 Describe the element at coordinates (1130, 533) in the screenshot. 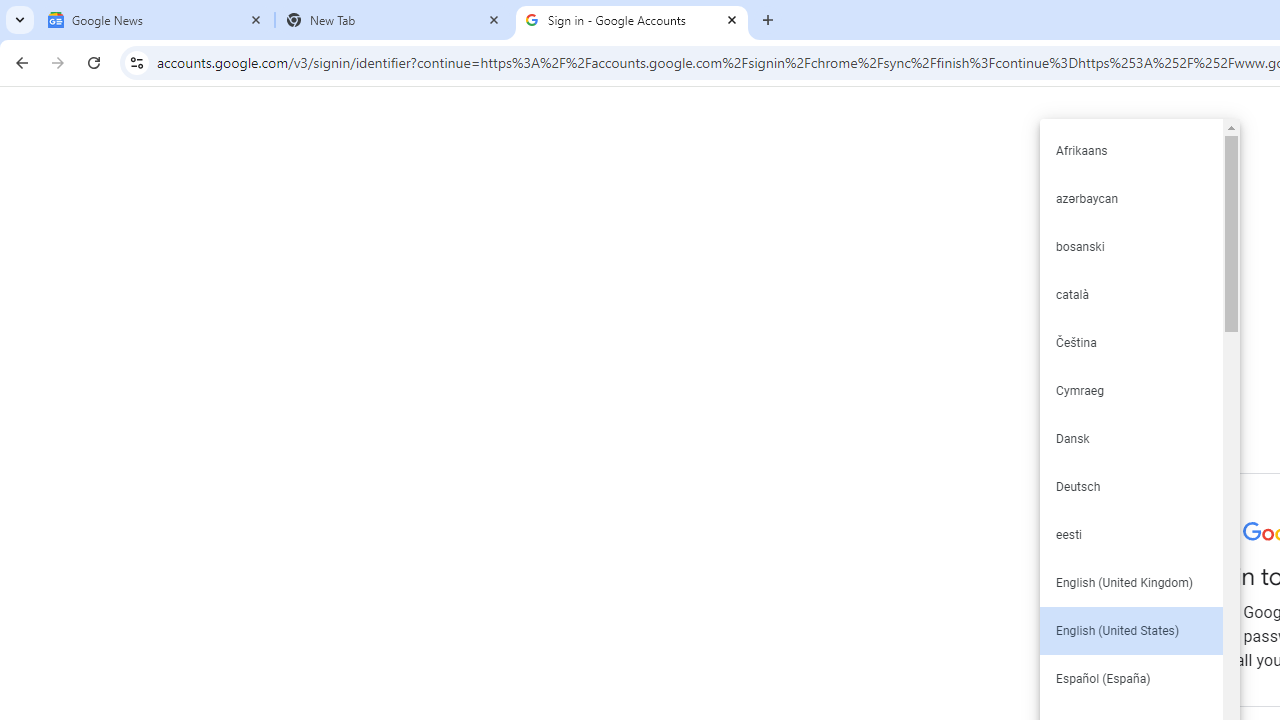

I see `'eesti'` at that location.